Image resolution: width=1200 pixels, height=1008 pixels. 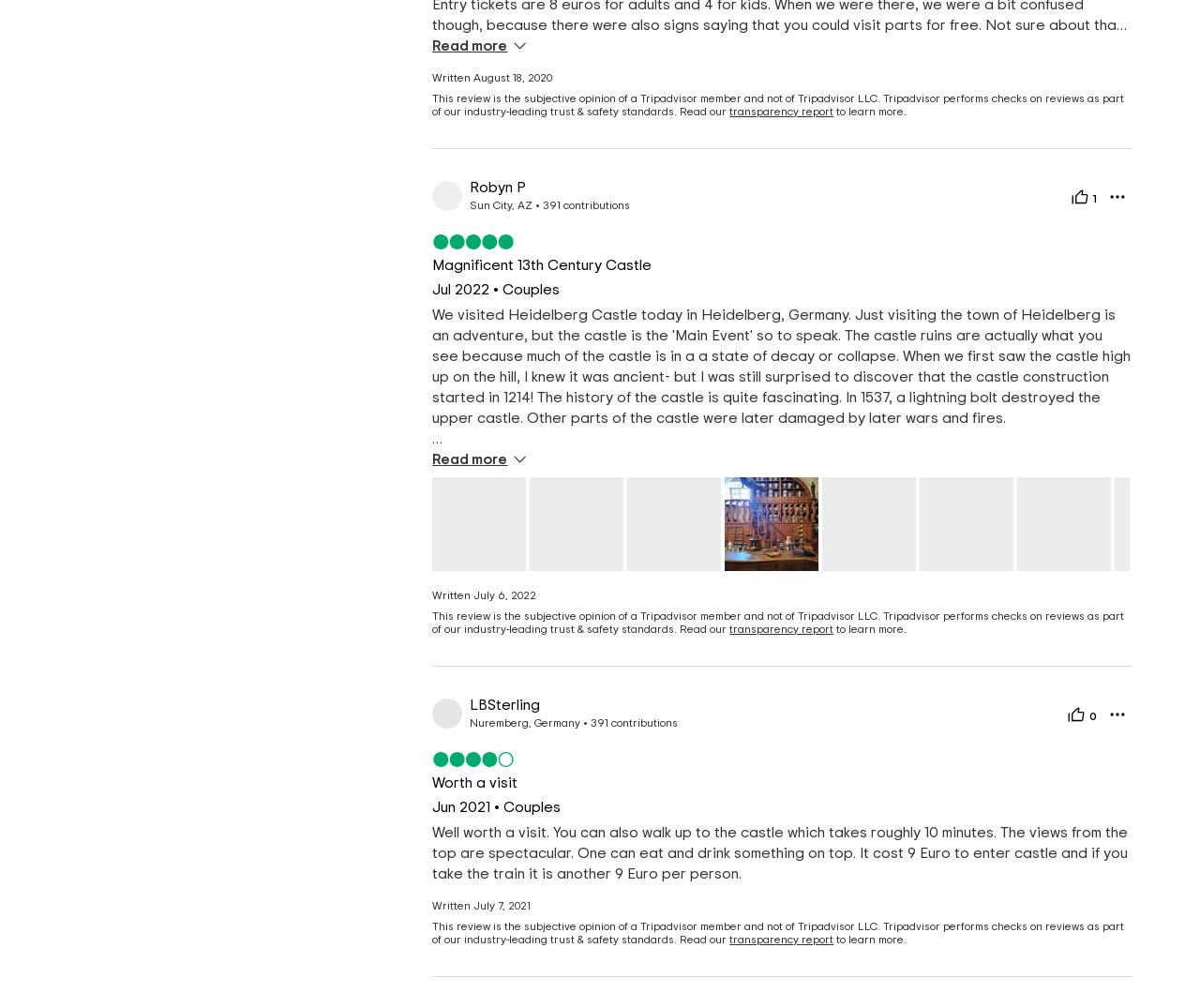 I want to click on 'Written August 18, 2020', so click(x=492, y=77).